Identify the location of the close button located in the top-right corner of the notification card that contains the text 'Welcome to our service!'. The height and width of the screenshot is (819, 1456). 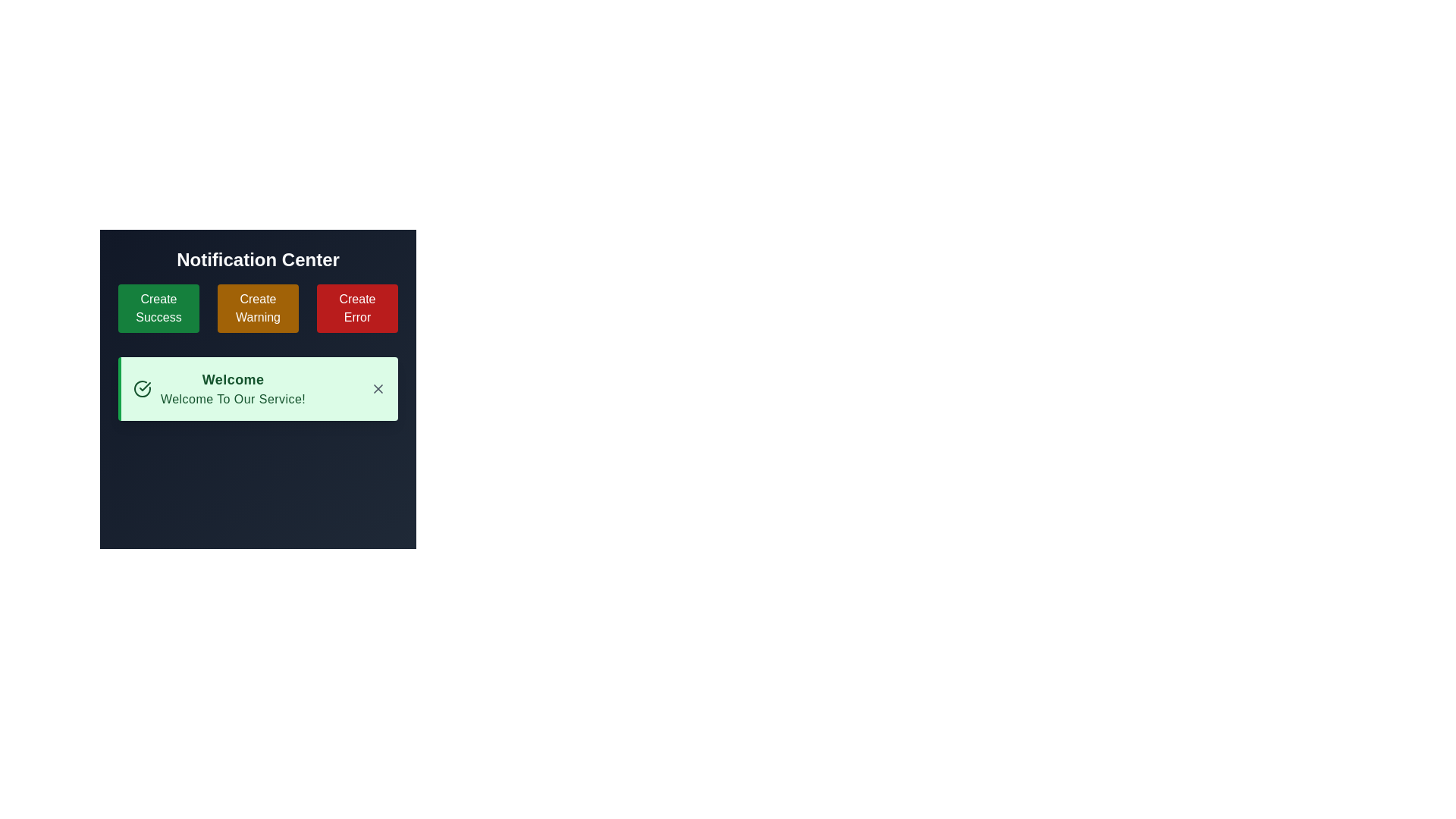
(378, 388).